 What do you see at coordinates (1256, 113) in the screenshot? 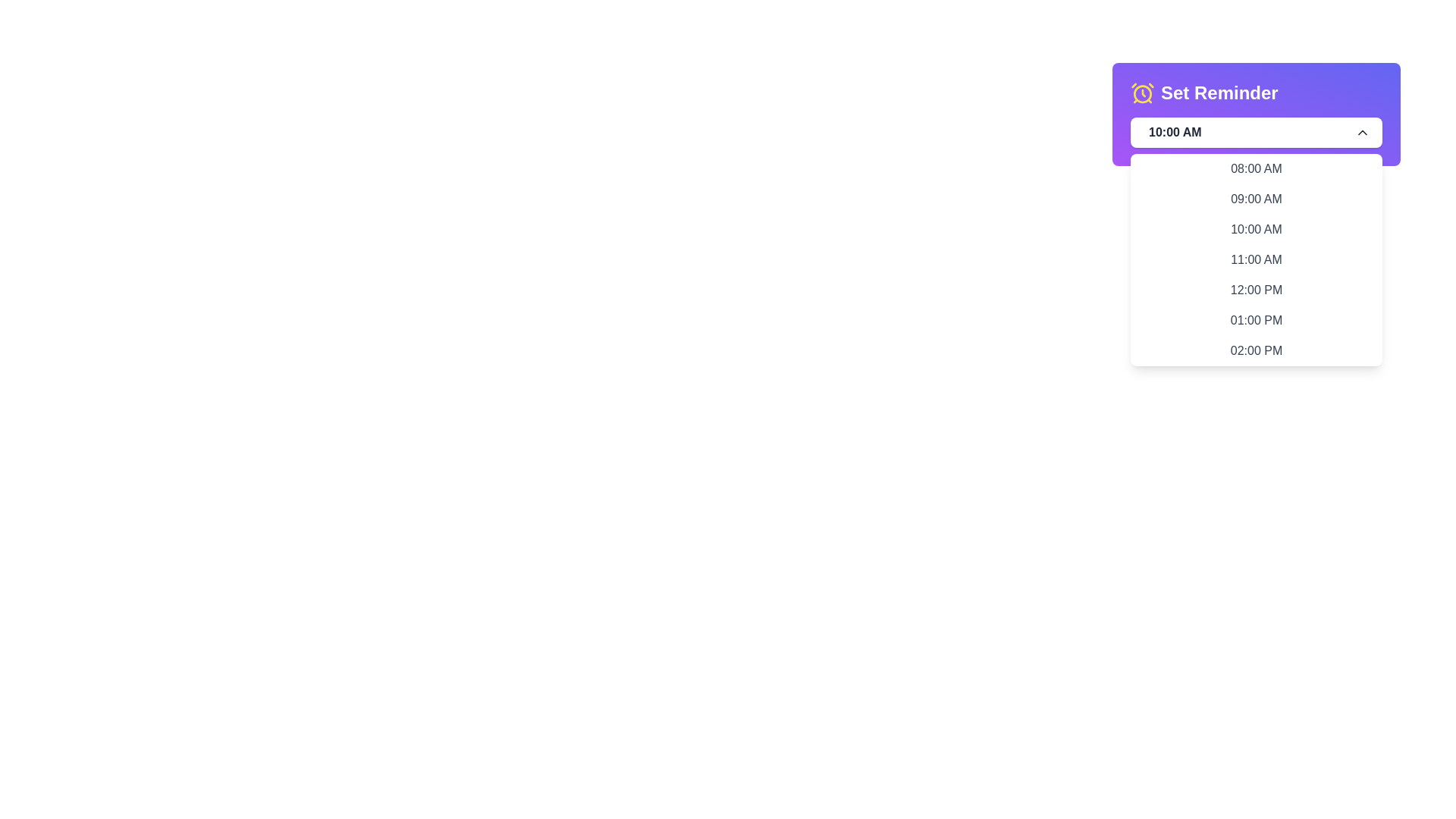
I see `the dropdown arrow of the 'Set Reminder' Dropdown-Header Component` at bounding box center [1256, 113].